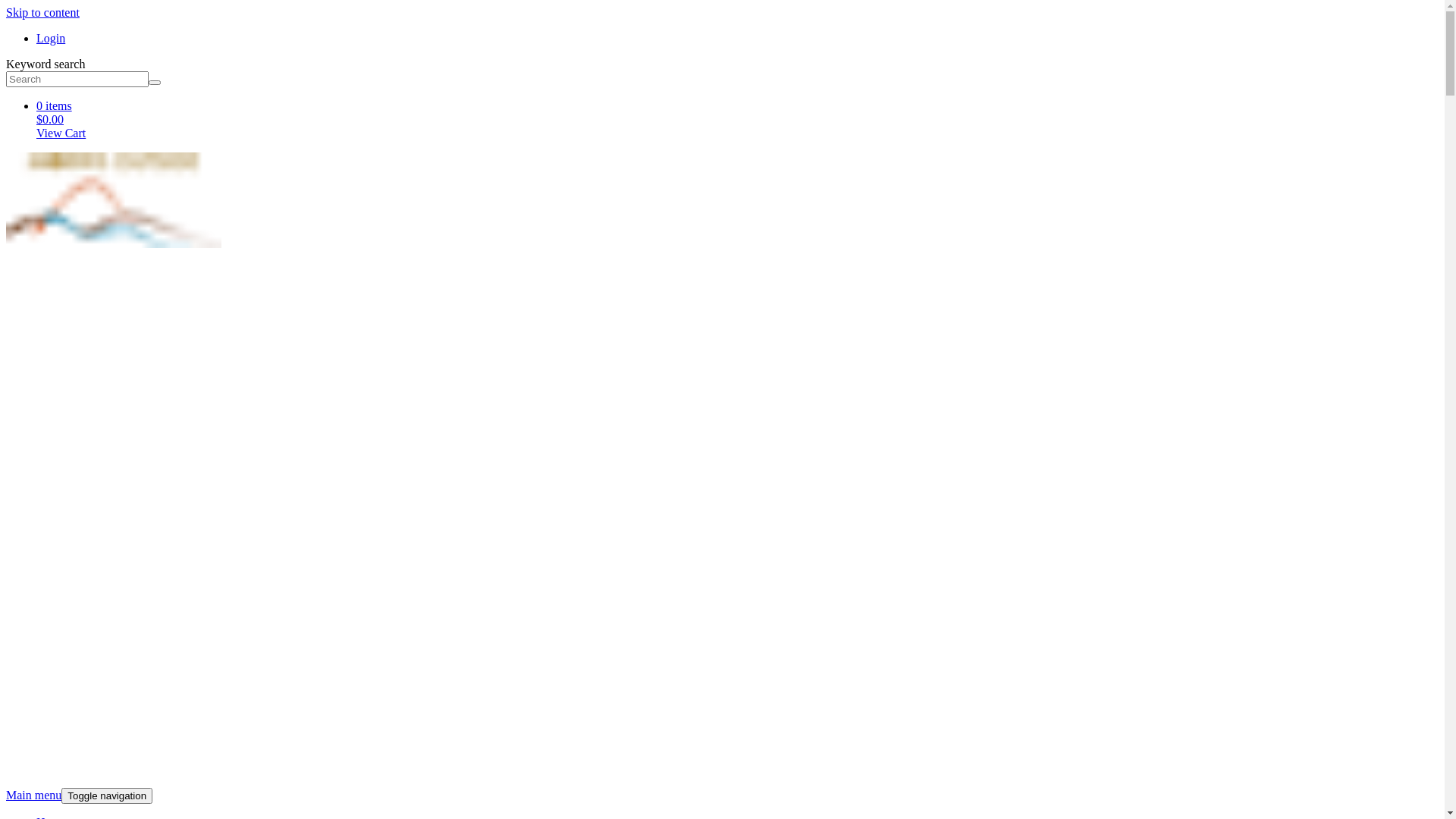 This screenshot has height=819, width=1456. I want to click on 'Login', so click(51, 37).